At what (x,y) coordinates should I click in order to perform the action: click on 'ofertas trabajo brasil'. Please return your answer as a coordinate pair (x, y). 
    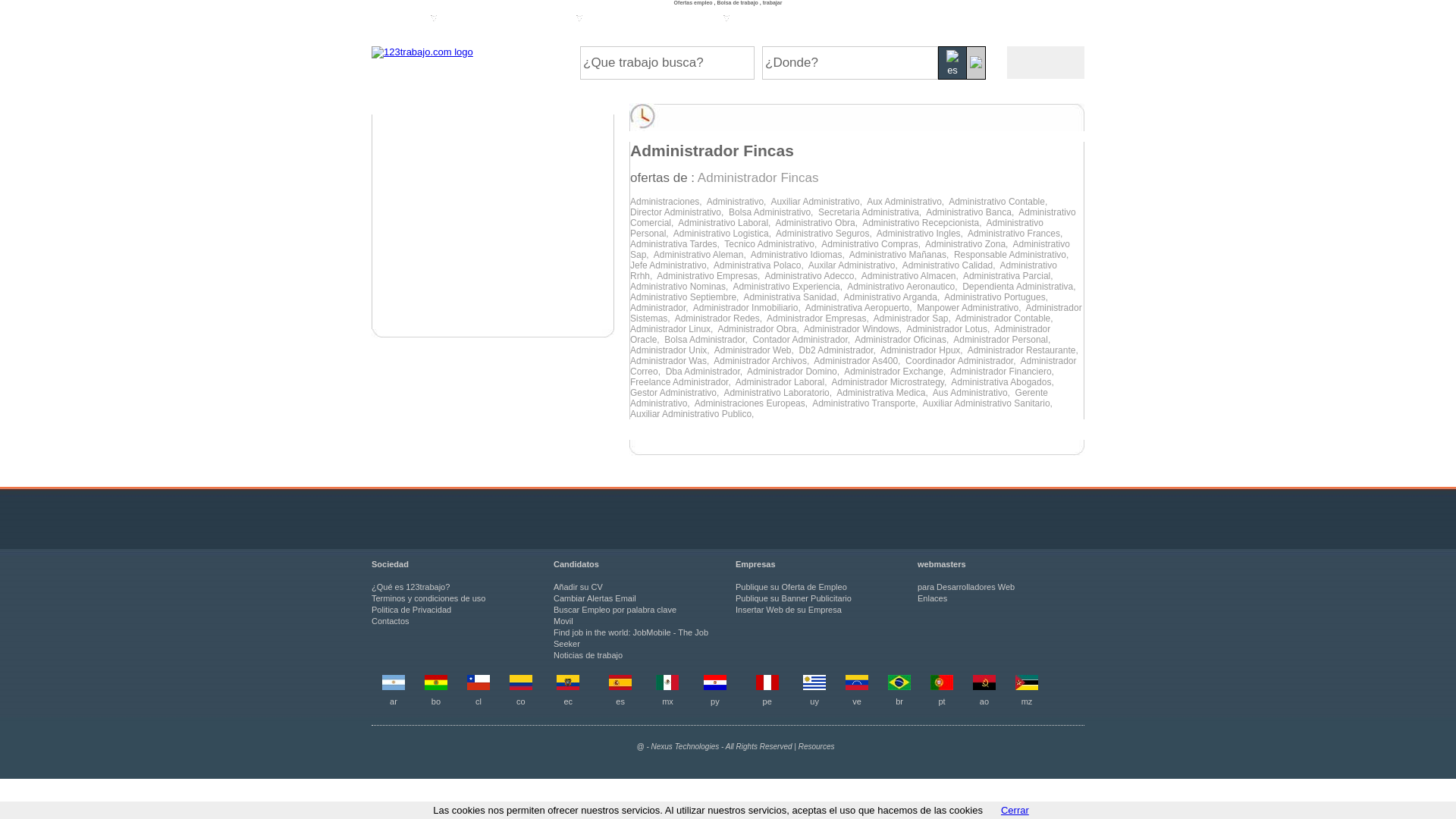
    Looking at the image, I should click on (899, 687).